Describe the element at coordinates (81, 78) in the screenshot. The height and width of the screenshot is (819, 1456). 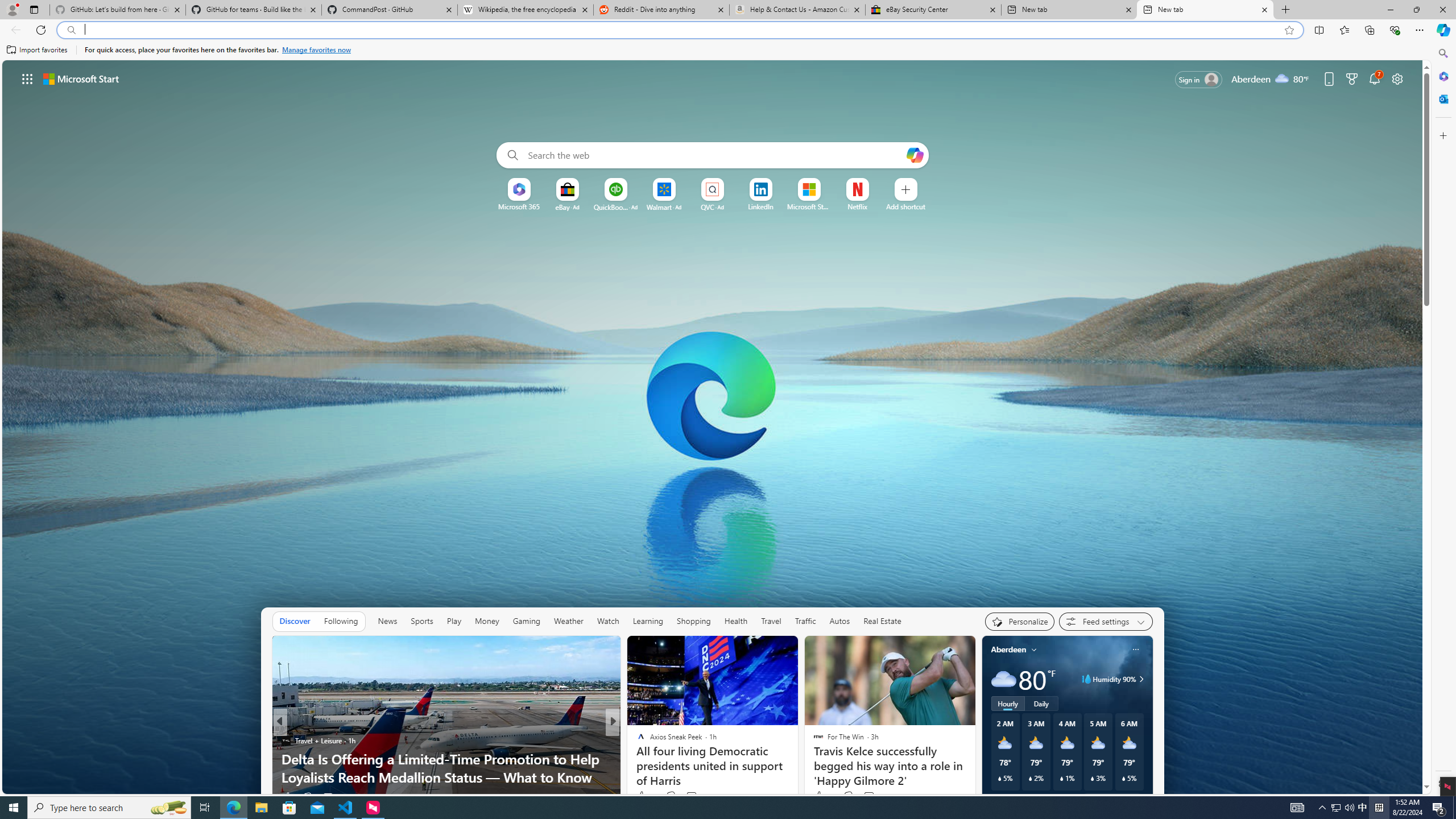
I see `'Microsoft start'` at that location.